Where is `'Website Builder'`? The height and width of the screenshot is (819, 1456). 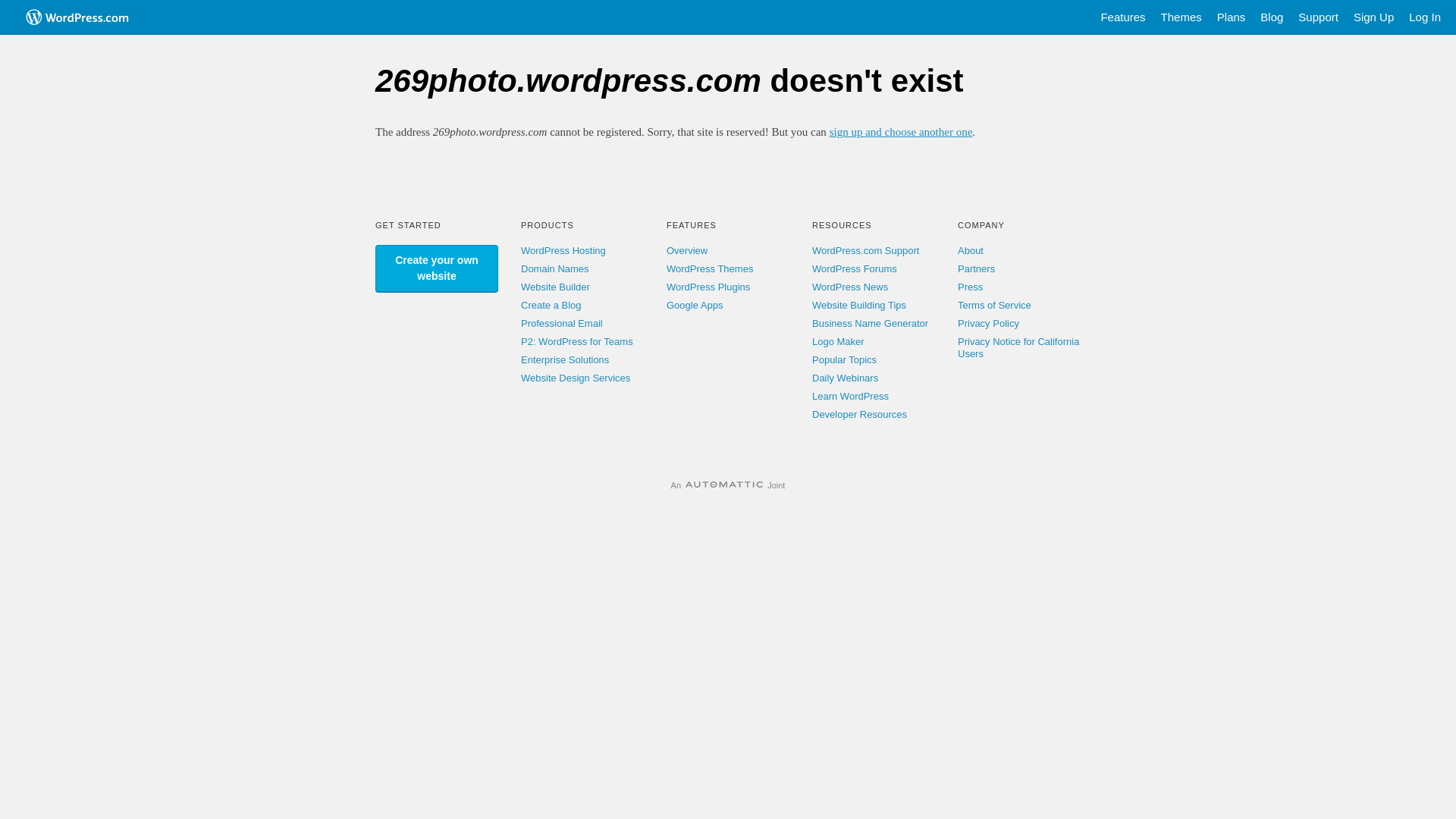
'Website Builder' is located at coordinates (554, 287).